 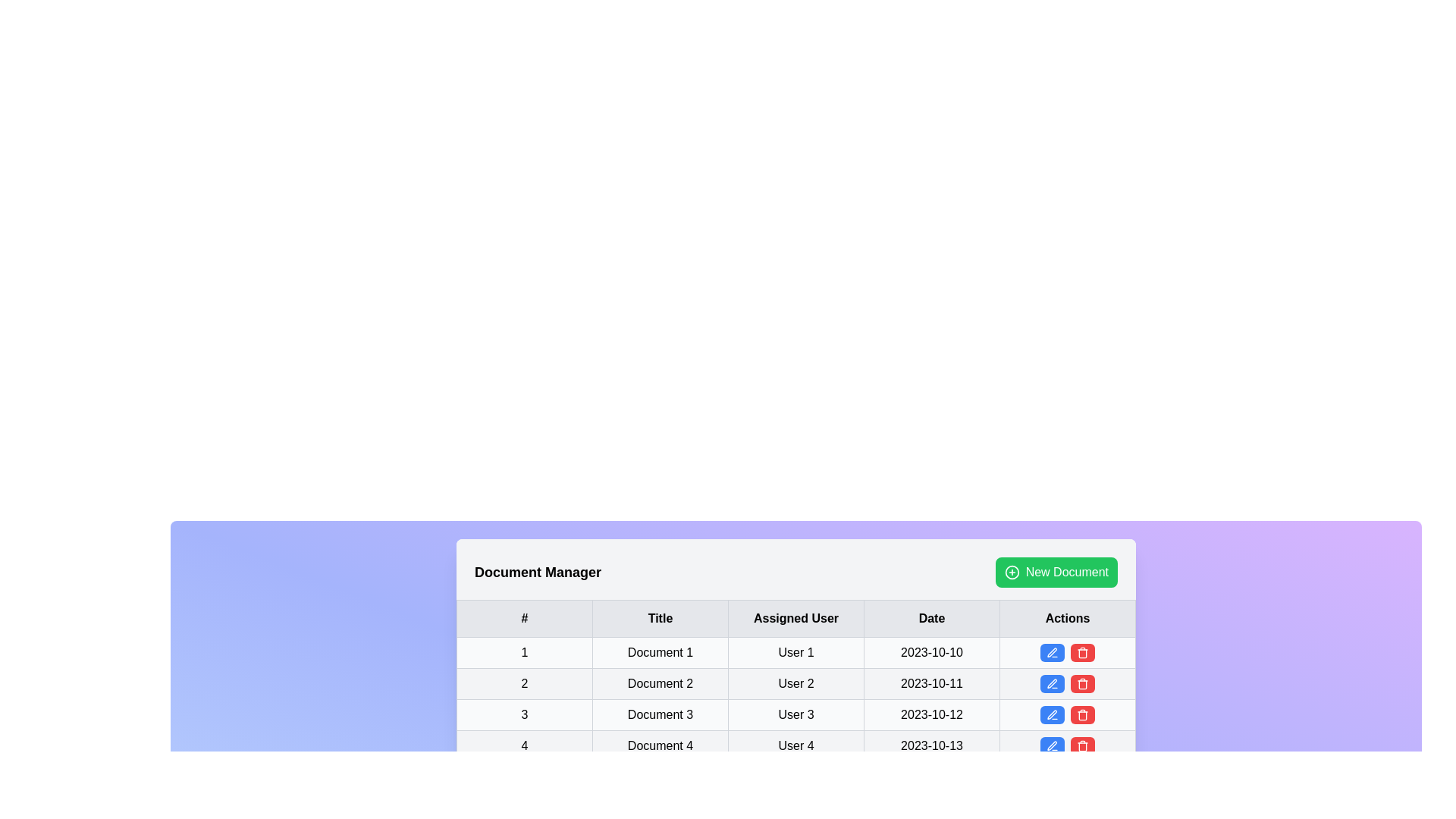 What do you see at coordinates (1082, 651) in the screenshot?
I see `the delete button located in the 'Actions' column of the data table, which is the second button in the row and positioned next to a blue edit button` at bounding box center [1082, 651].